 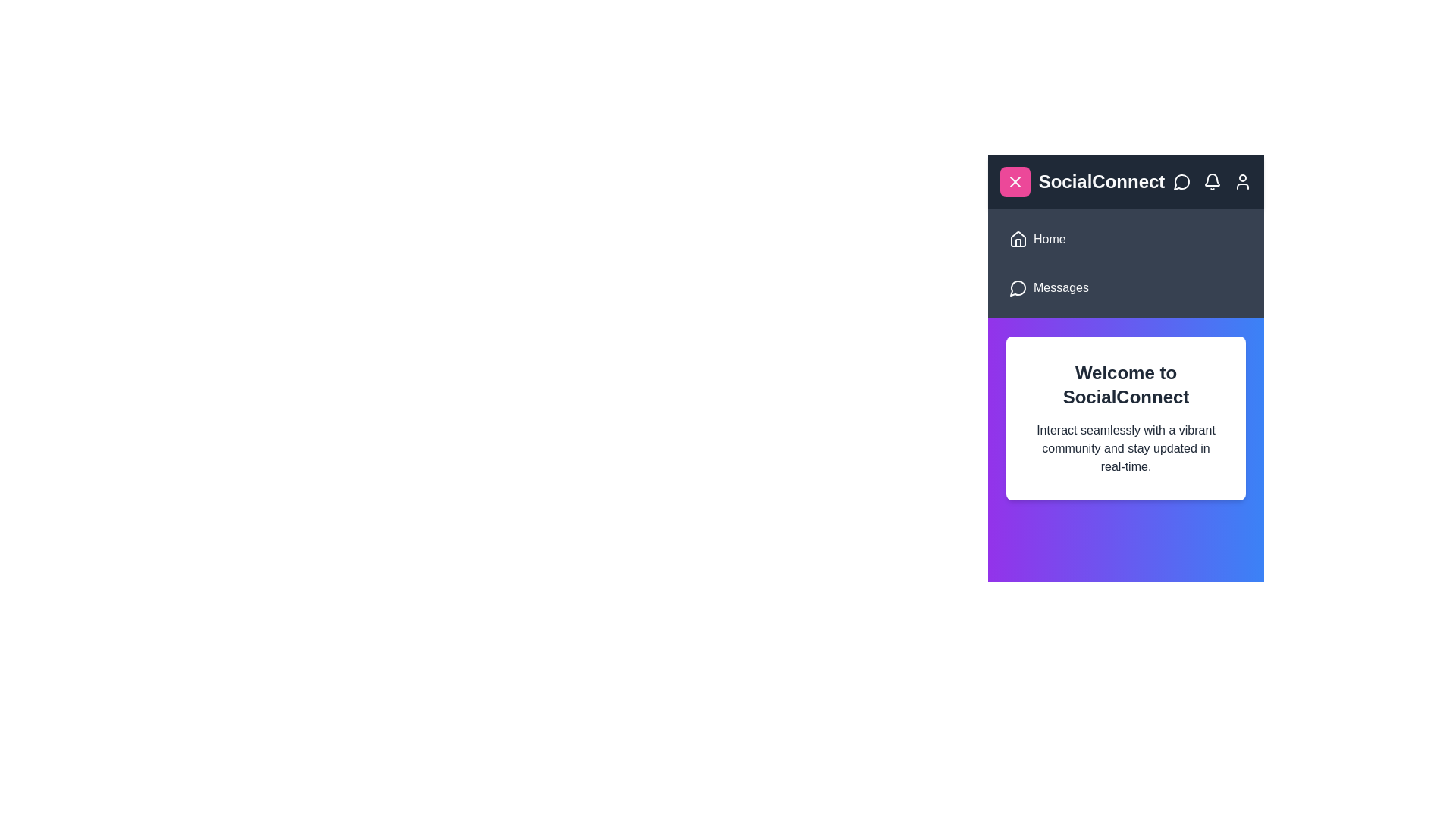 I want to click on the profile icon in the header, so click(x=1242, y=180).